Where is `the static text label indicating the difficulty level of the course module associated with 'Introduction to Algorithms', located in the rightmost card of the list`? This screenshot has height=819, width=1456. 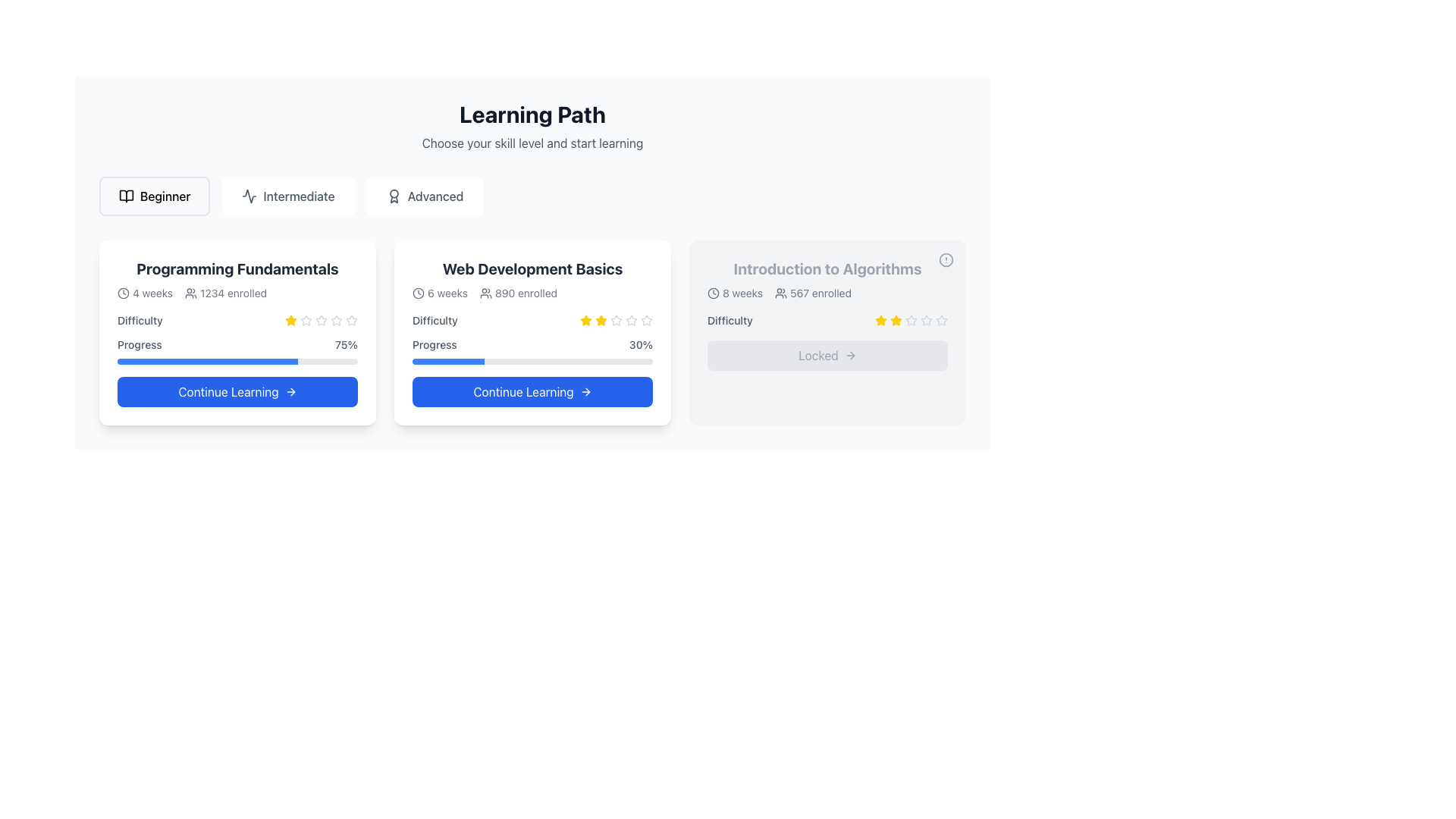 the static text label indicating the difficulty level of the course module associated with 'Introduction to Algorithms', located in the rightmost card of the list is located at coordinates (730, 320).